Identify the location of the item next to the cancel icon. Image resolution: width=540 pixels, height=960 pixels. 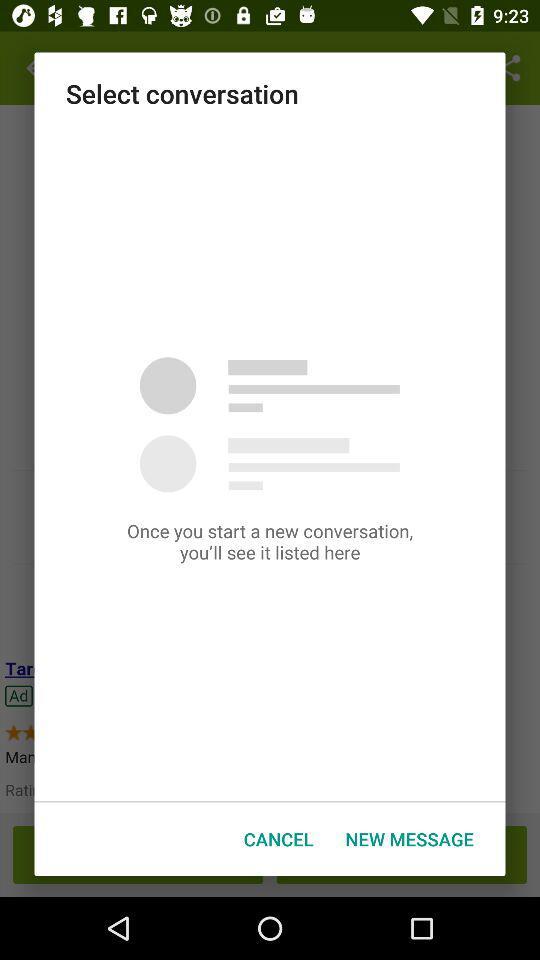
(408, 839).